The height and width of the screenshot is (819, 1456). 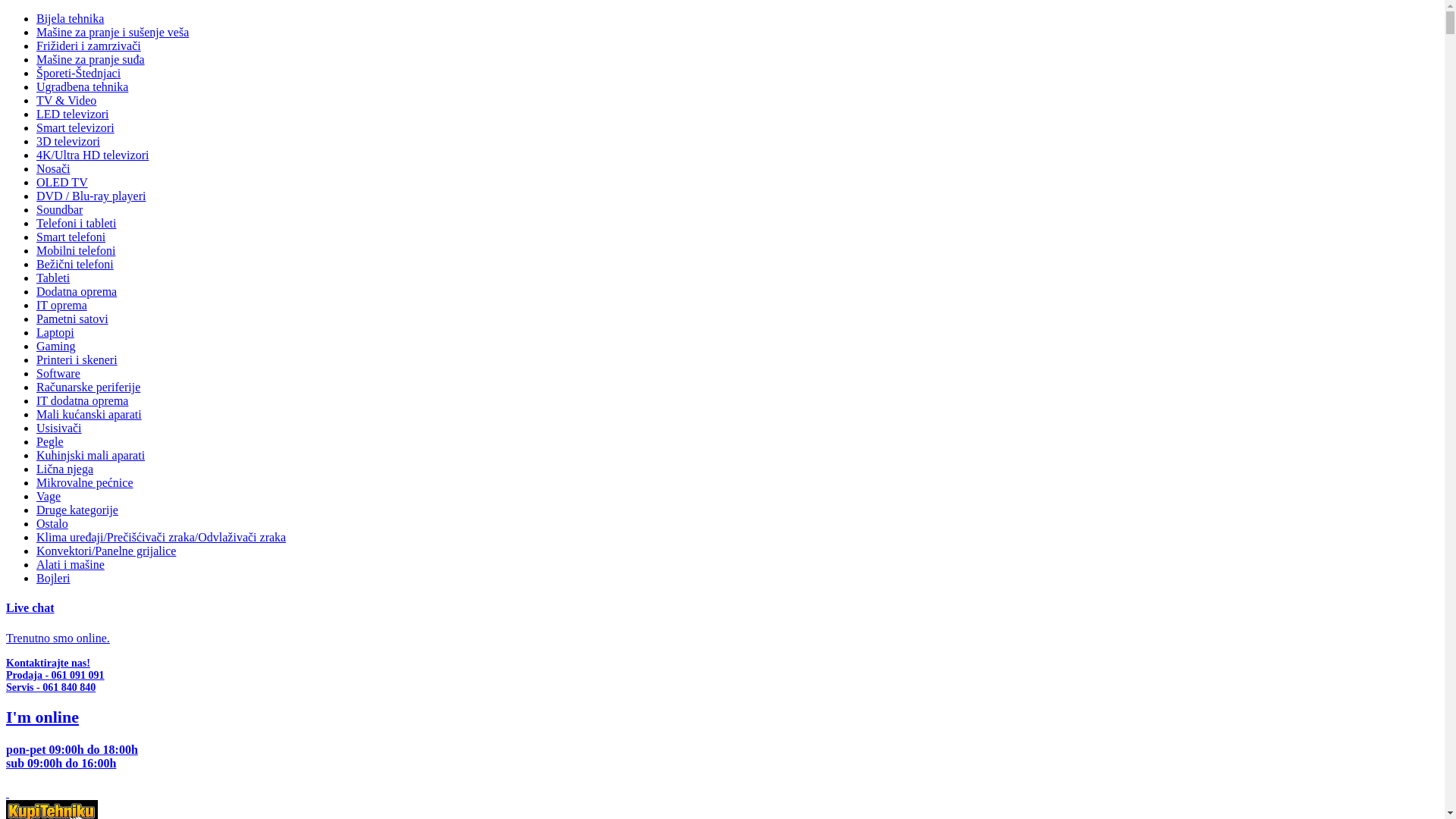 What do you see at coordinates (81, 400) in the screenshot?
I see `'IT dodatna oprema'` at bounding box center [81, 400].